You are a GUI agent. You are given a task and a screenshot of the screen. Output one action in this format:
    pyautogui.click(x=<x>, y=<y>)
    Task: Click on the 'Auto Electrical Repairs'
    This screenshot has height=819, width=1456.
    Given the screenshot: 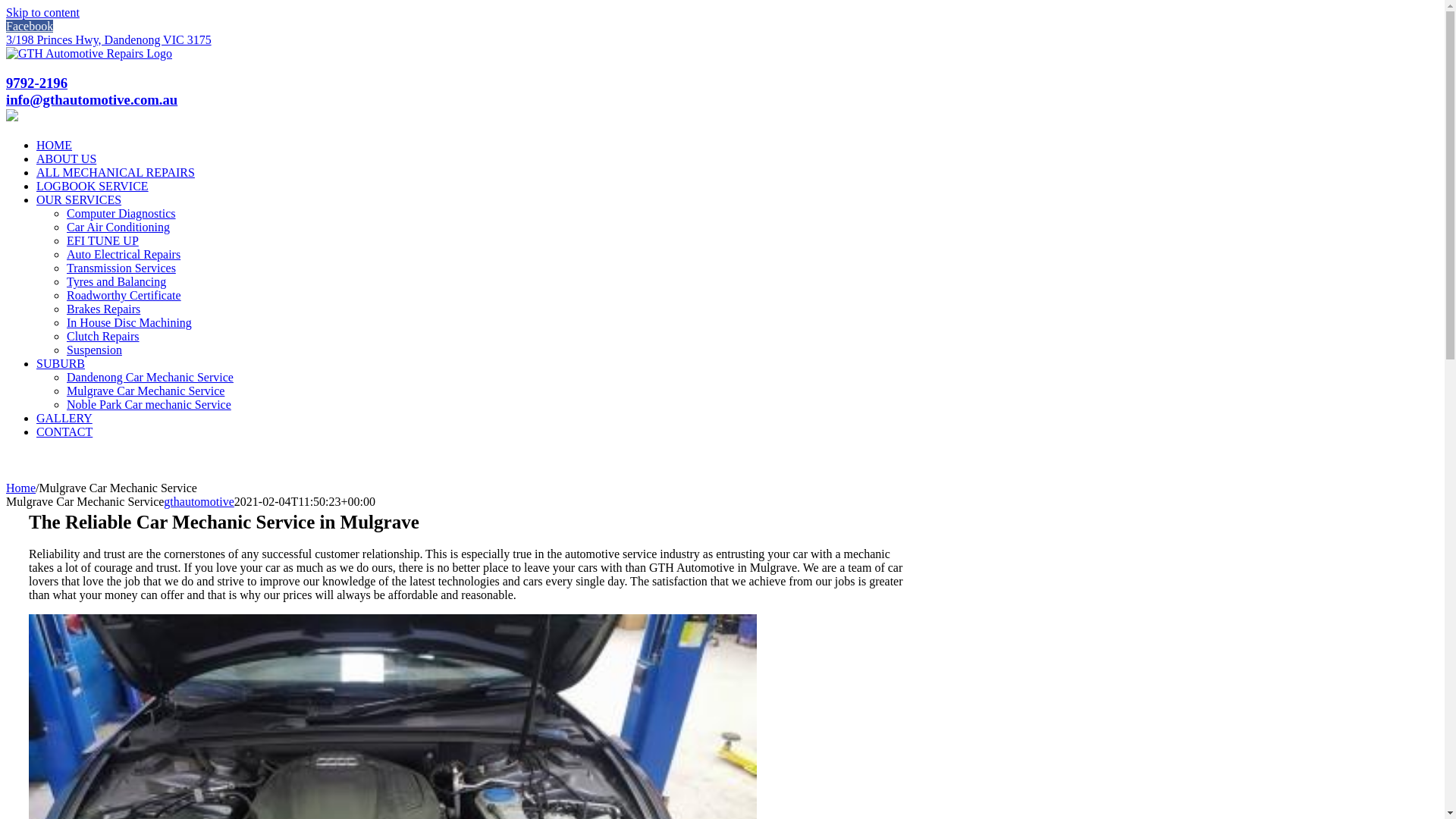 What is the action you would take?
    pyautogui.click(x=124, y=253)
    